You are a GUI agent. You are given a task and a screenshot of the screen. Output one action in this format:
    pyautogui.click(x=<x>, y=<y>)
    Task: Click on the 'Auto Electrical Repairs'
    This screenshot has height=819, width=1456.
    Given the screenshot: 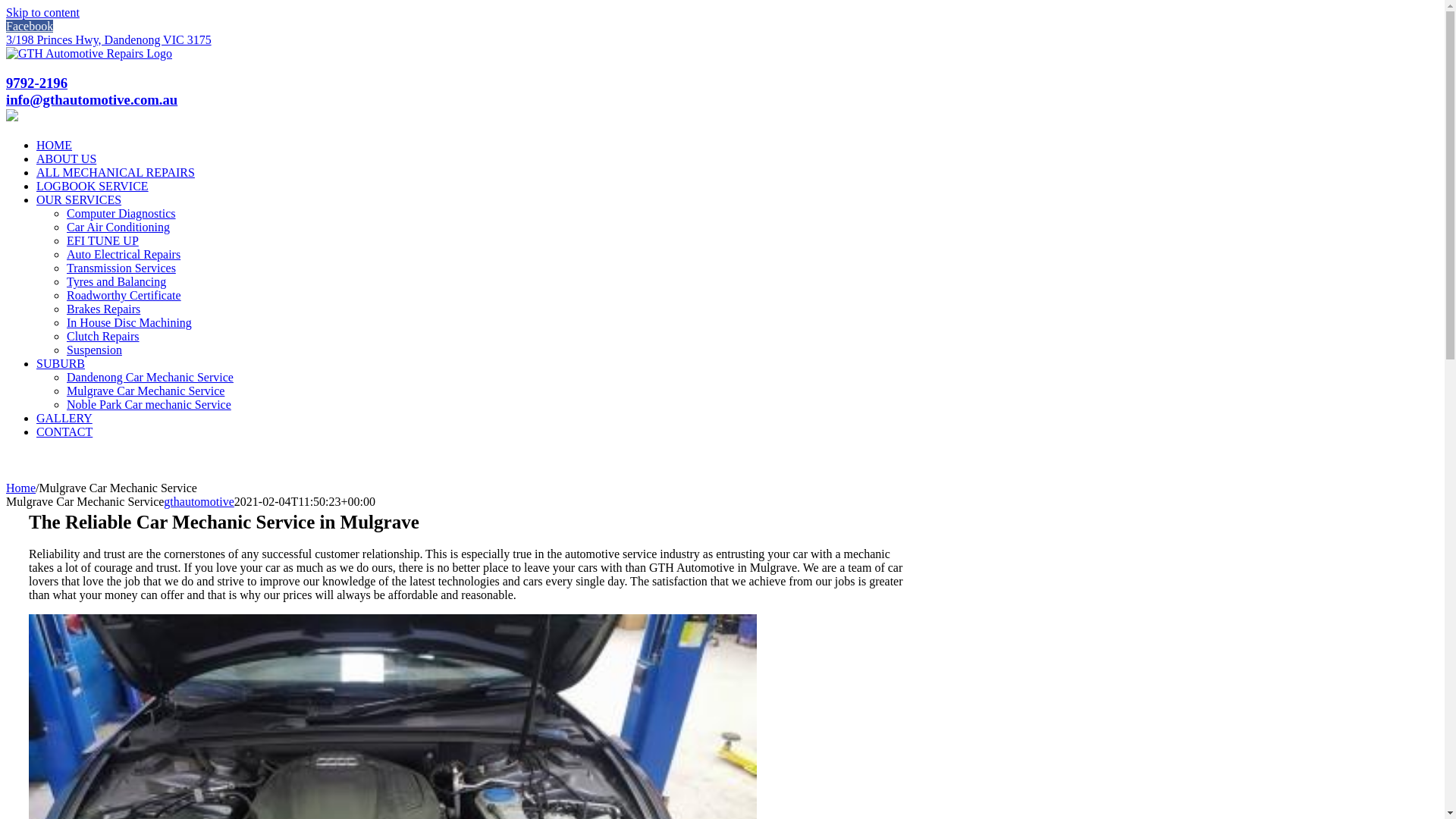 What is the action you would take?
    pyautogui.click(x=124, y=253)
    